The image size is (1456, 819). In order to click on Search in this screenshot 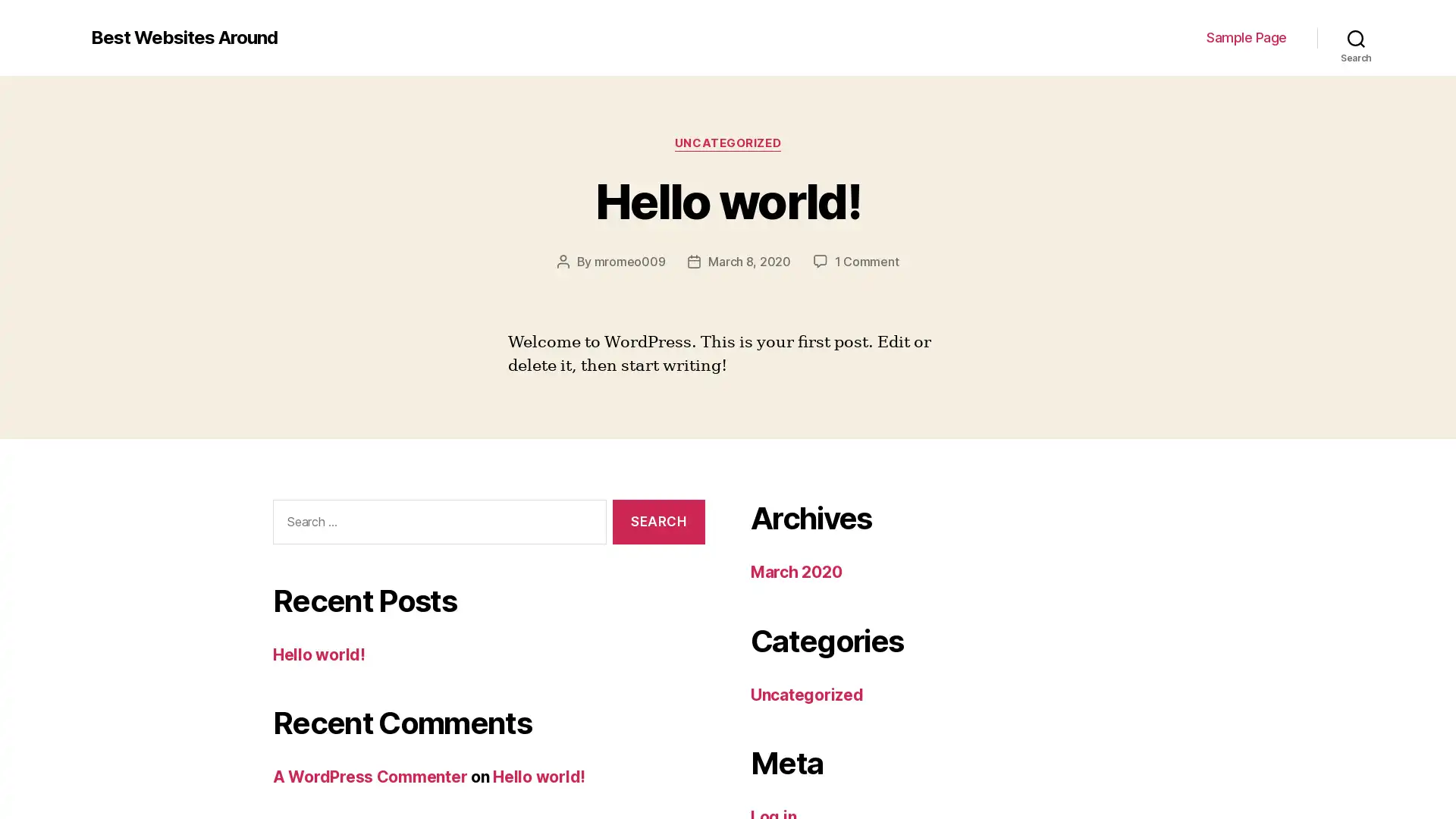, I will do `click(658, 520)`.